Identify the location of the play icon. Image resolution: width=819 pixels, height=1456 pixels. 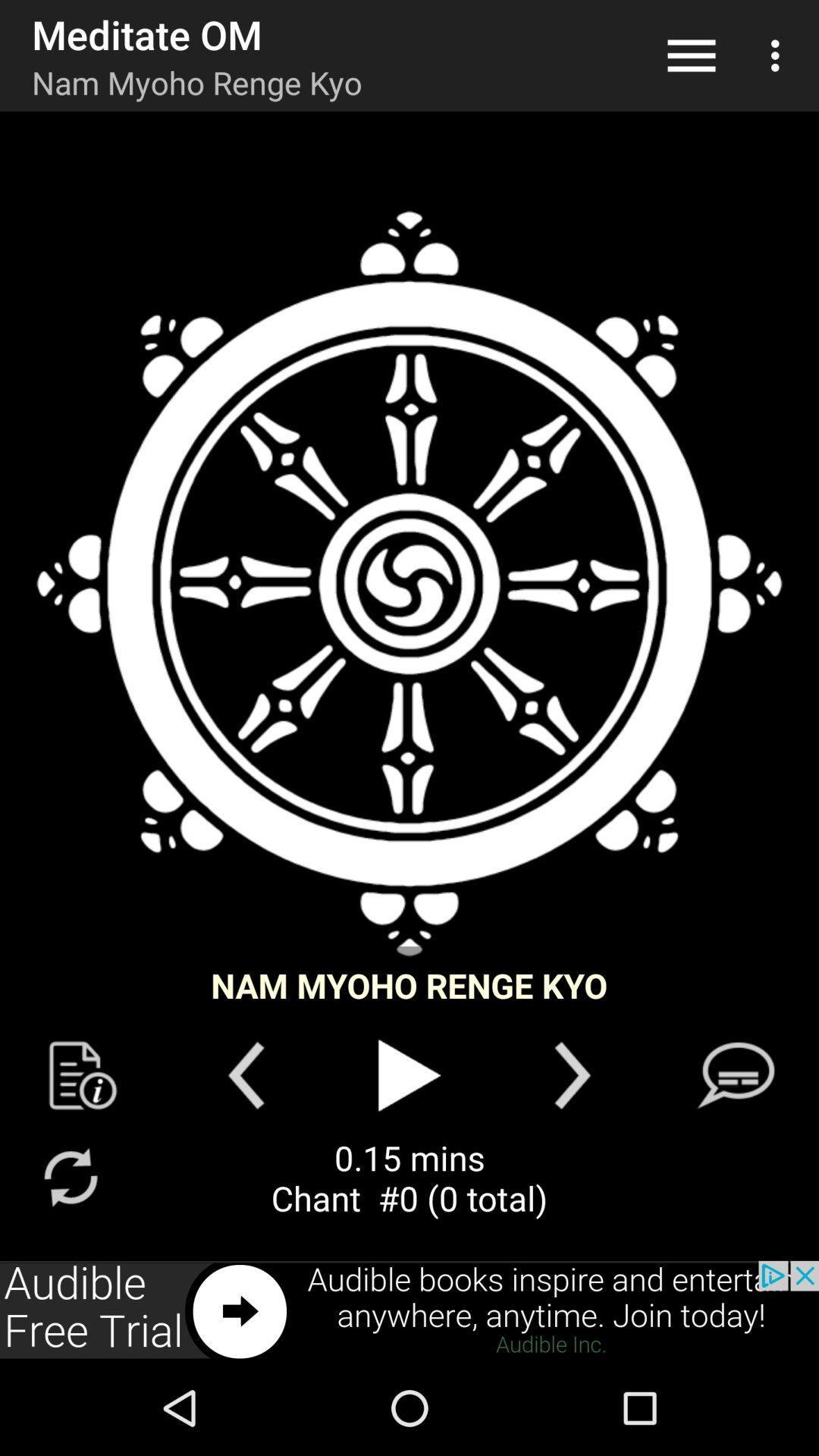
(409, 1075).